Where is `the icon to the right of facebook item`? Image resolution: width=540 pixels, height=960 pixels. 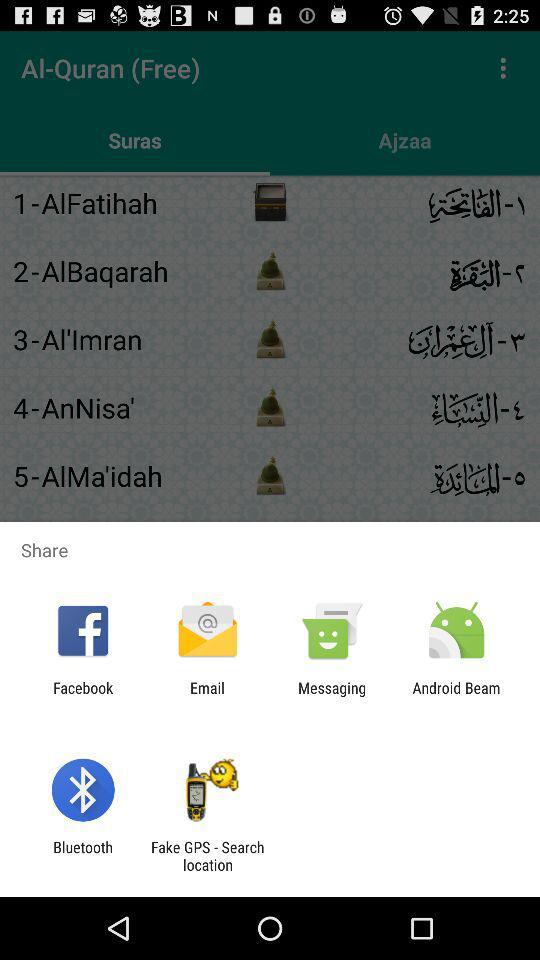
the icon to the right of facebook item is located at coordinates (206, 696).